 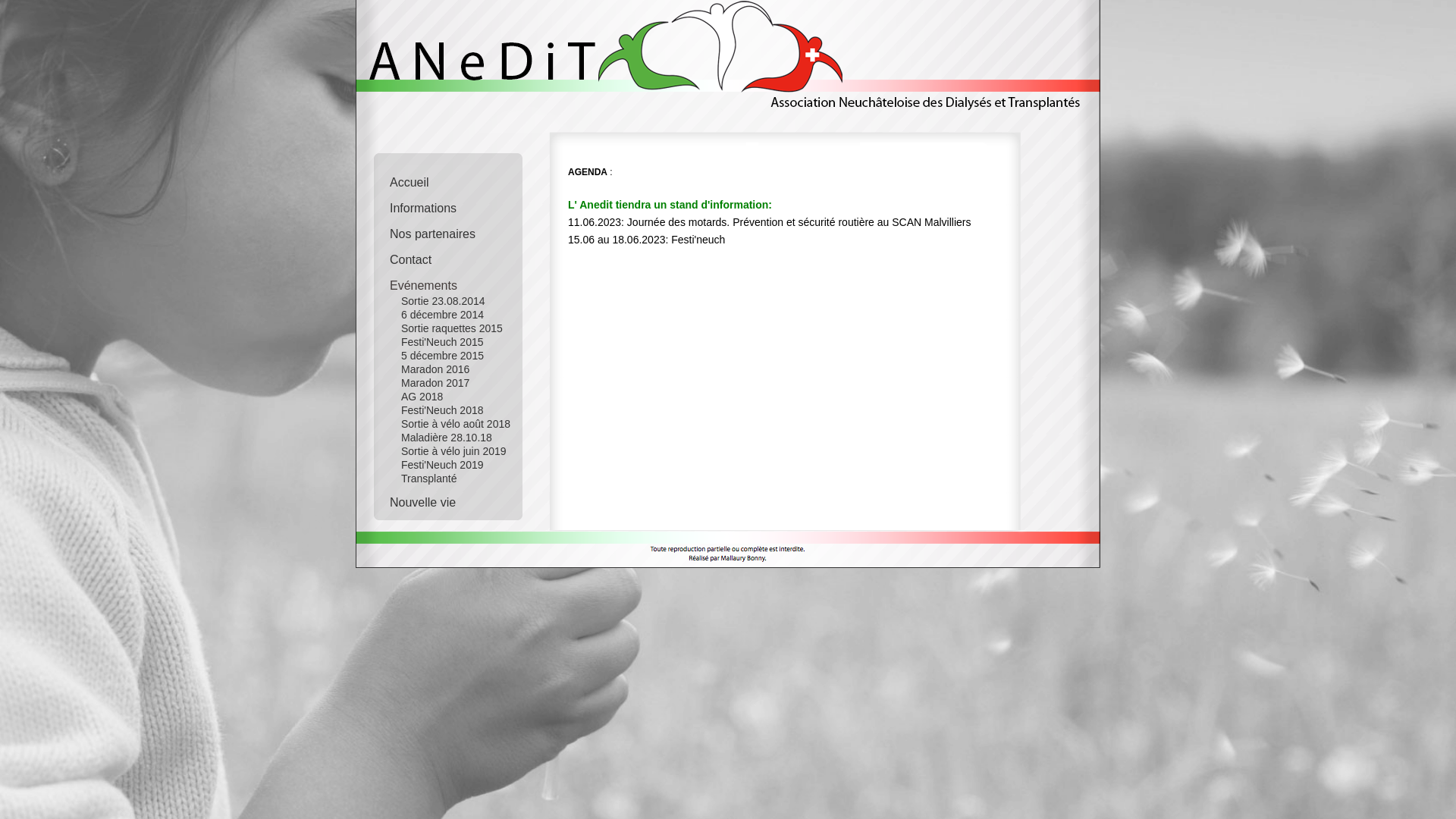 What do you see at coordinates (446, 342) in the screenshot?
I see `'Festi'Neuch 2015'` at bounding box center [446, 342].